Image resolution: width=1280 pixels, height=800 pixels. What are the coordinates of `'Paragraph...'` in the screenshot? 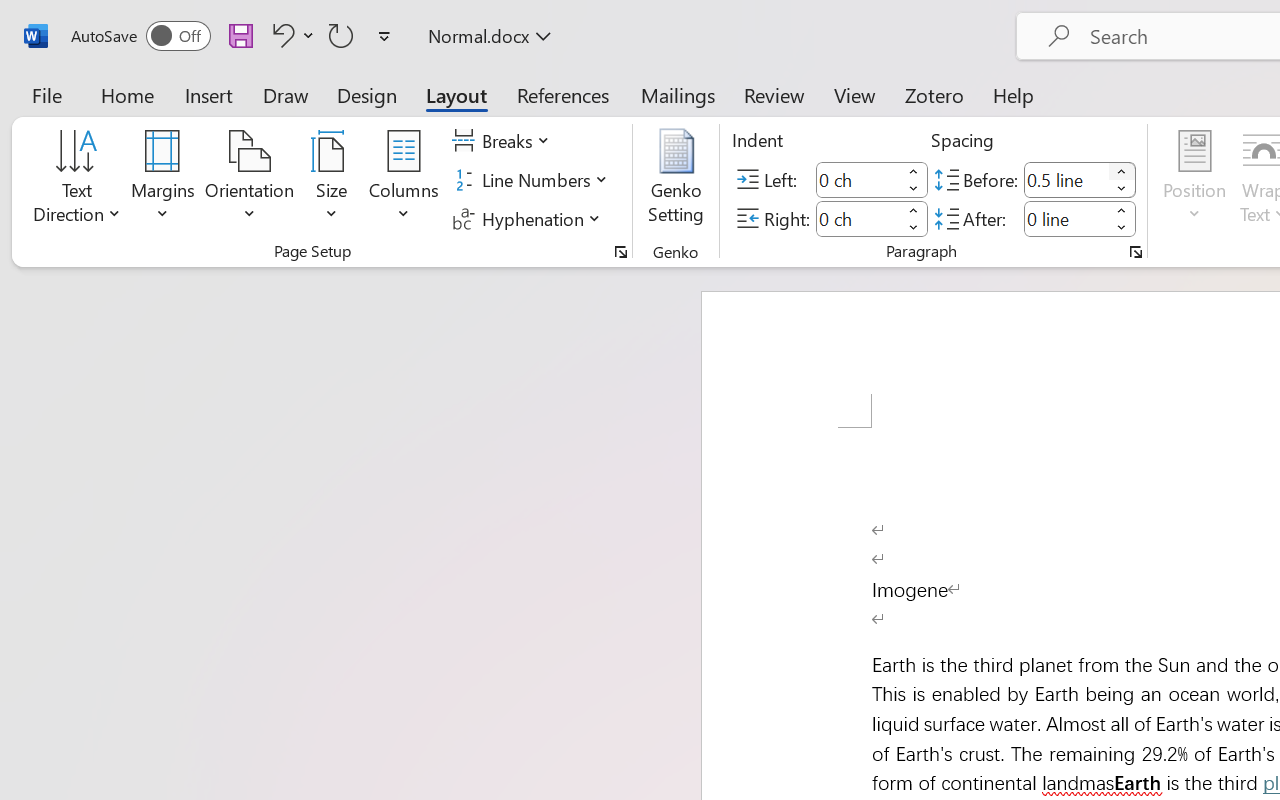 It's located at (1136, 251).